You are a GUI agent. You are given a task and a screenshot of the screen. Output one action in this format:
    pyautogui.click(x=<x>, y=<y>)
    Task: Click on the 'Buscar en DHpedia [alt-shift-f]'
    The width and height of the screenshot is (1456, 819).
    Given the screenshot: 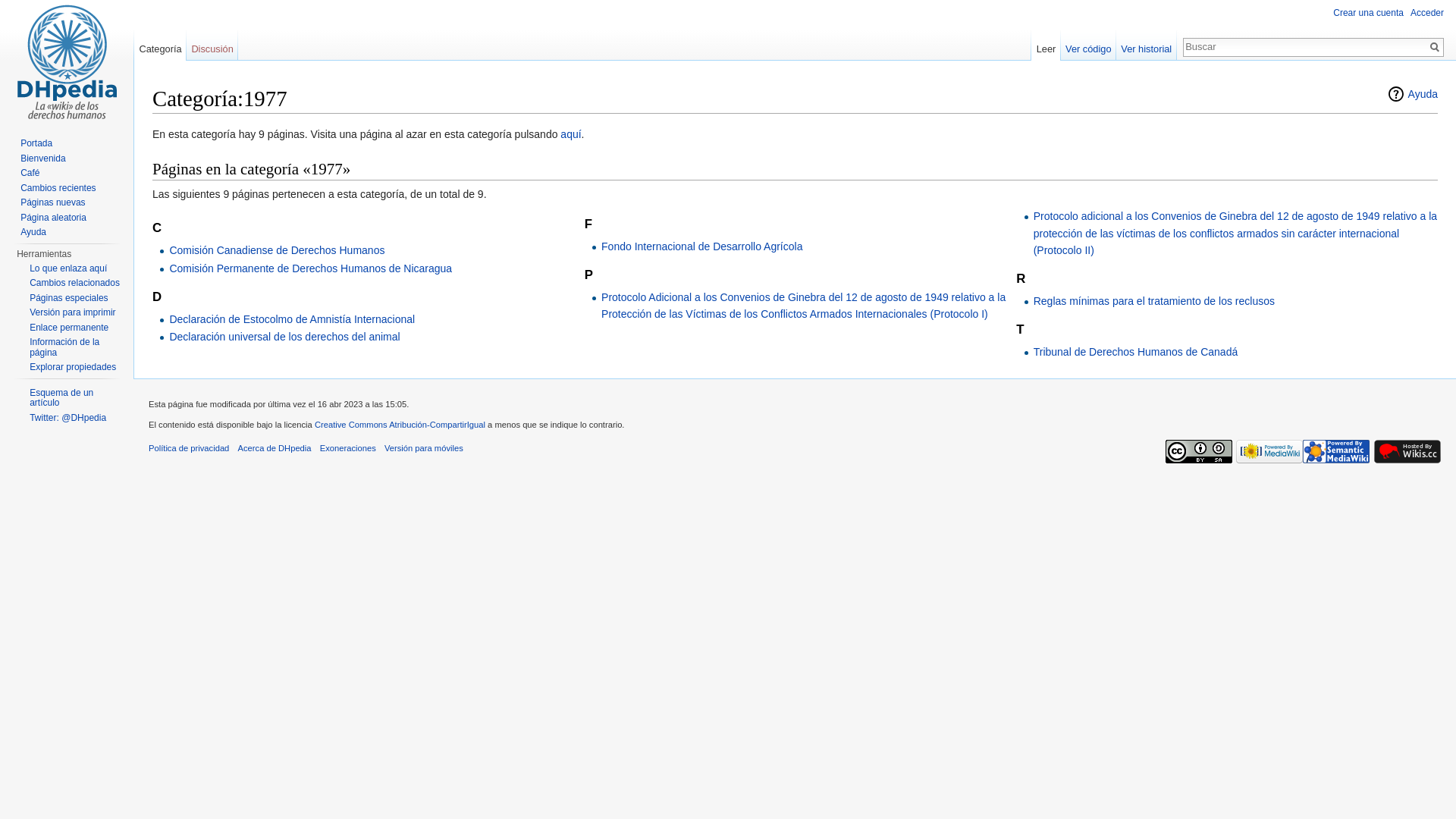 What is the action you would take?
    pyautogui.click(x=1304, y=45)
    